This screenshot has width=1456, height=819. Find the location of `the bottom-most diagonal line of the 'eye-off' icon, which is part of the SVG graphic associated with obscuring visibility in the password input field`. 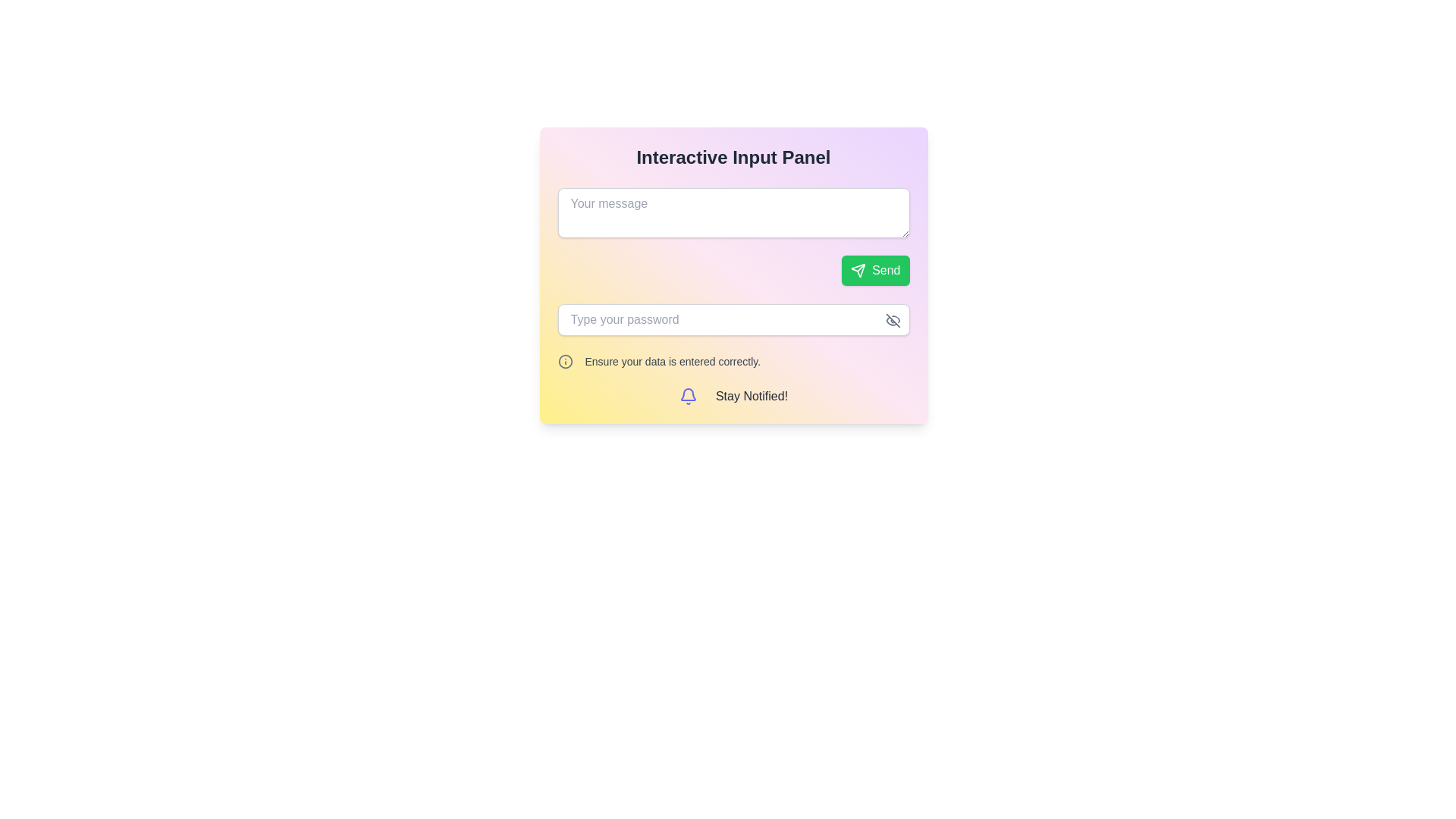

the bottom-most diagonal line of the 'eye-off' icon, which is part of the SVG graphic associated with obscuring visibility in the password input field is located at coordinates (893, 320).